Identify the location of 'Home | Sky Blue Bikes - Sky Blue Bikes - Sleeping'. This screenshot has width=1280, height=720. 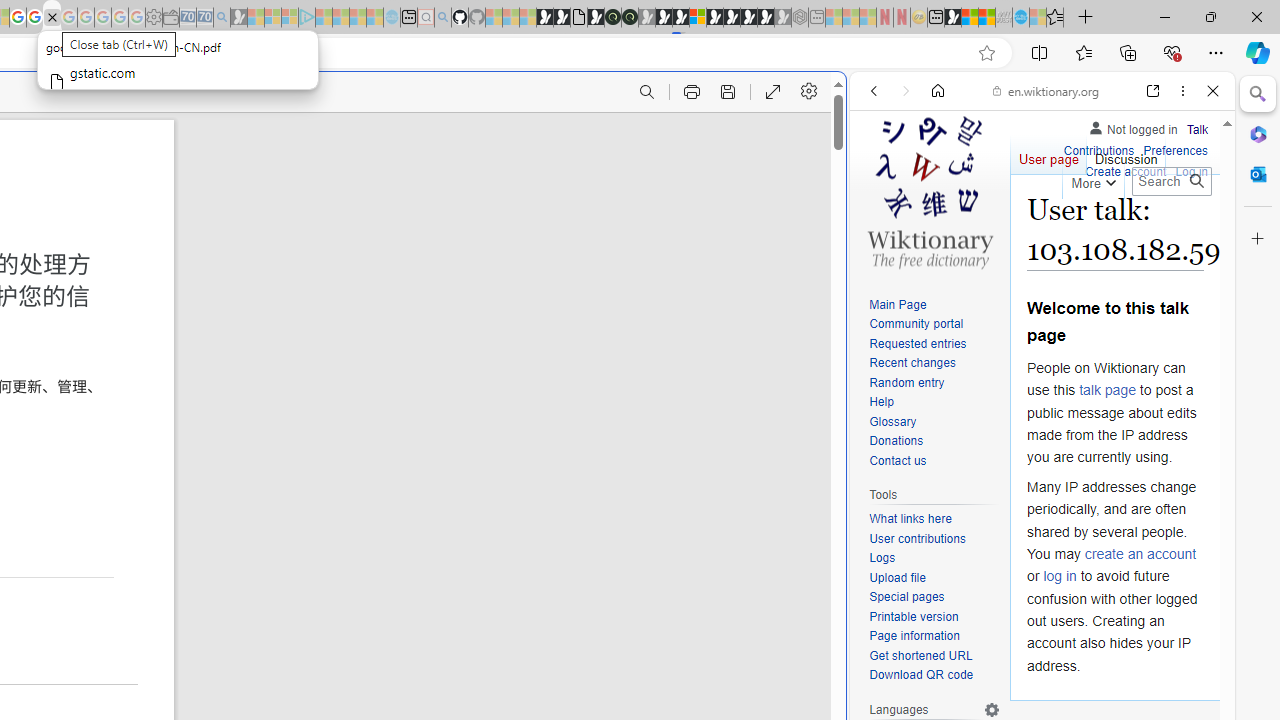
(392, 17).